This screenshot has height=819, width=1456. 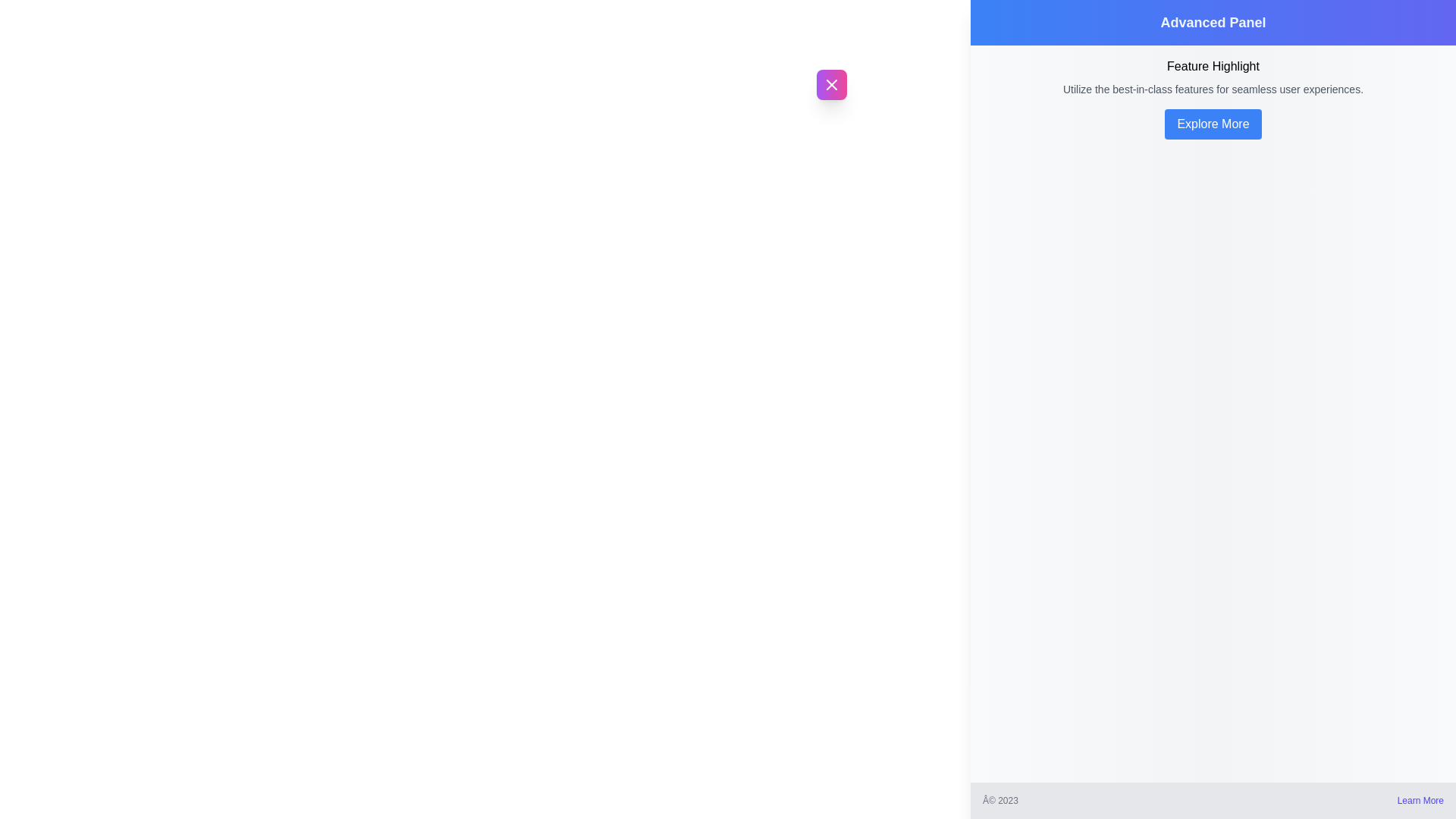 I want to click on the 'Explore More' button, which has a blue background and white text, to observe any hover-related effects, so click(x=1212, y=124).